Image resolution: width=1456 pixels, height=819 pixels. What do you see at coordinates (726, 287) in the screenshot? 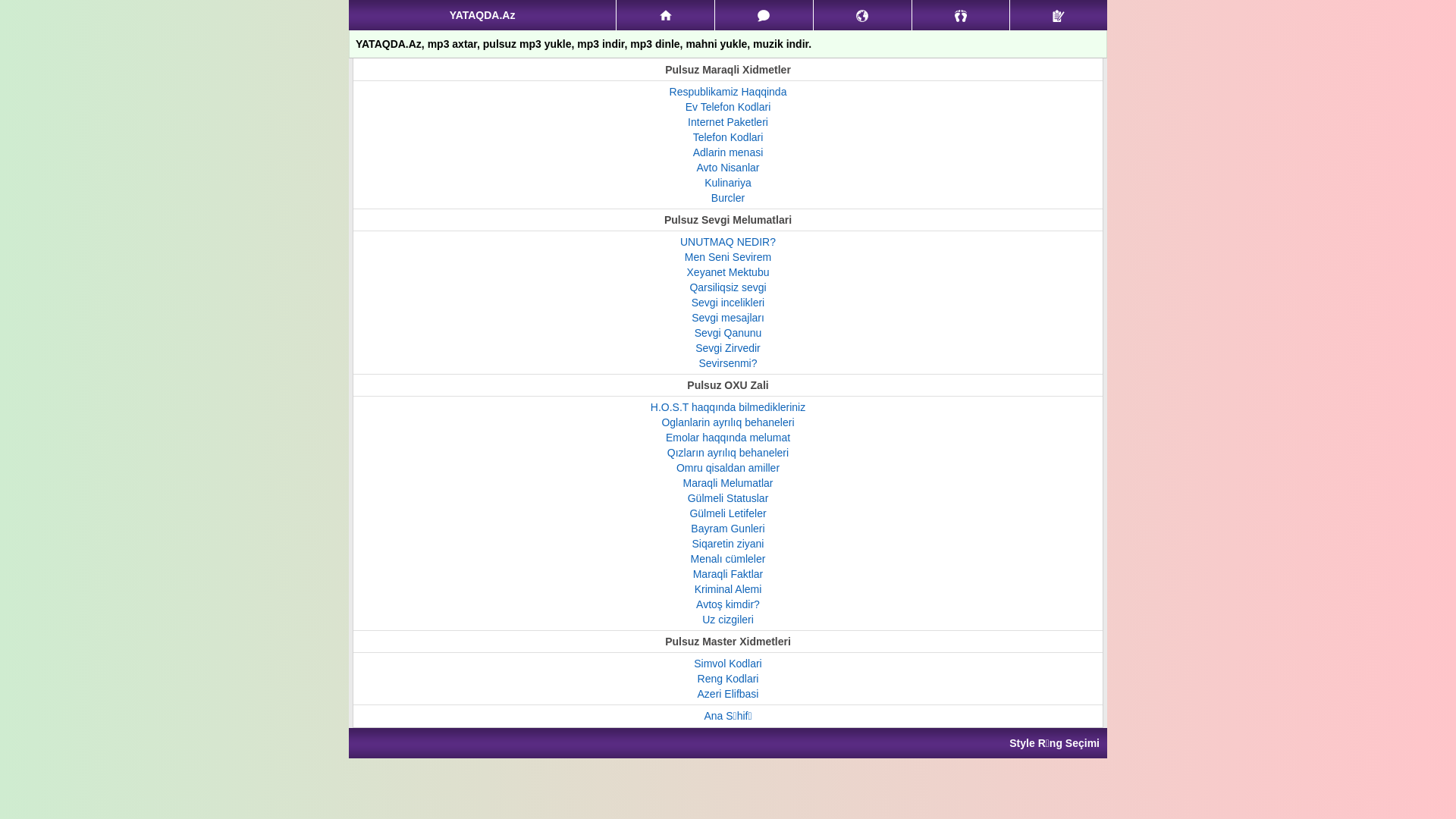
I see `'Qarsiliqsiz sevgi'` at bounding box center [726, 287].